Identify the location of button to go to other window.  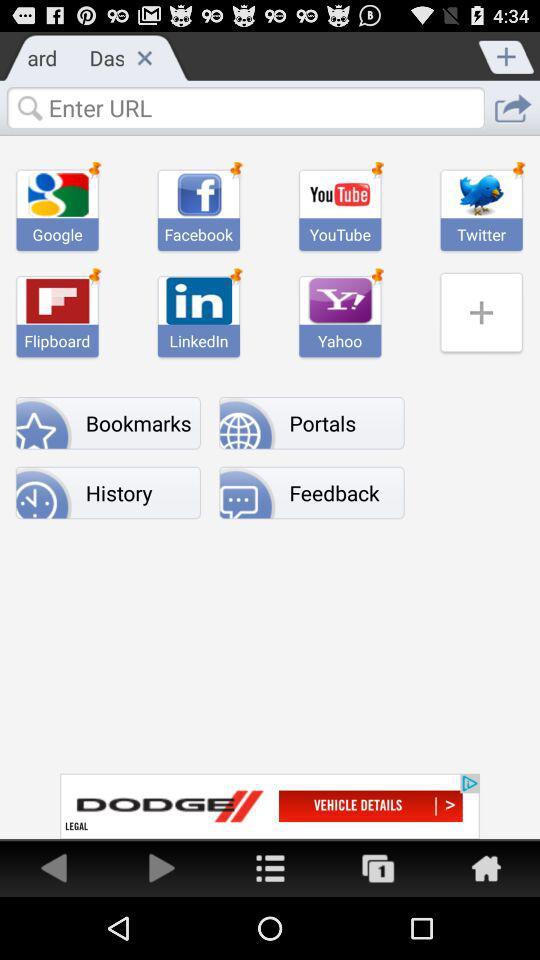
(378, 866).